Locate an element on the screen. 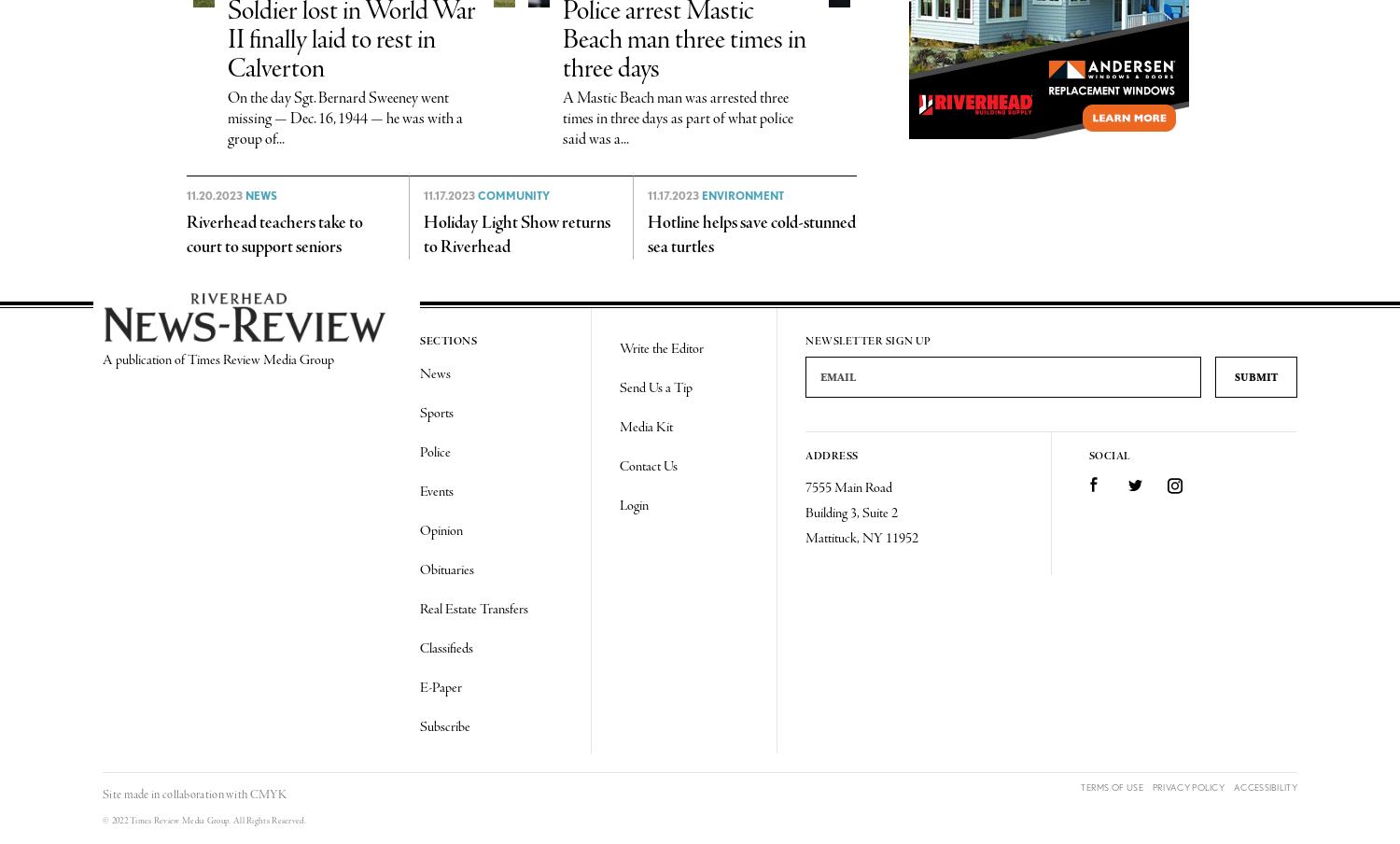 The width and height of the screenshot is (1400, 844). 'Environment' is located at coordinates (742, 195).